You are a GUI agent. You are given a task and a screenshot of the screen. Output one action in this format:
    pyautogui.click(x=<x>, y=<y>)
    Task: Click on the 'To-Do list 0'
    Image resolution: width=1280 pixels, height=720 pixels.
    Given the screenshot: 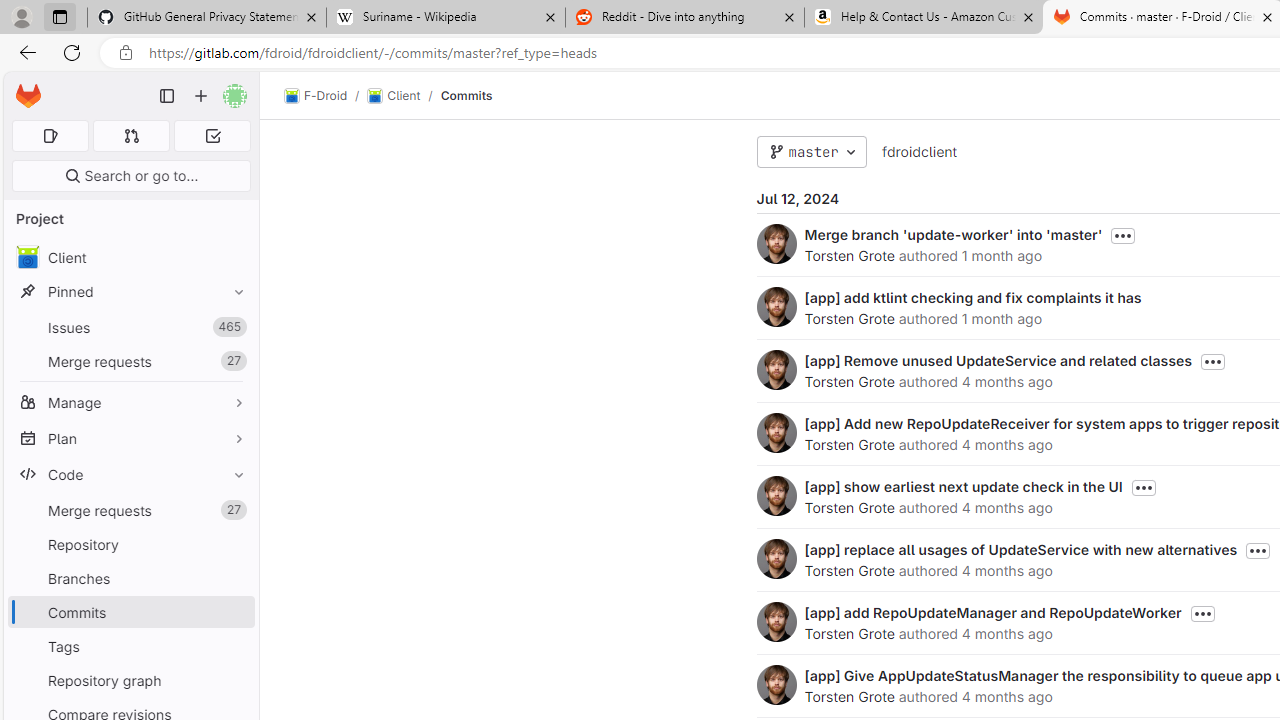 What is the action you would take?
    pyautogui.click(x=212, y=135)
    